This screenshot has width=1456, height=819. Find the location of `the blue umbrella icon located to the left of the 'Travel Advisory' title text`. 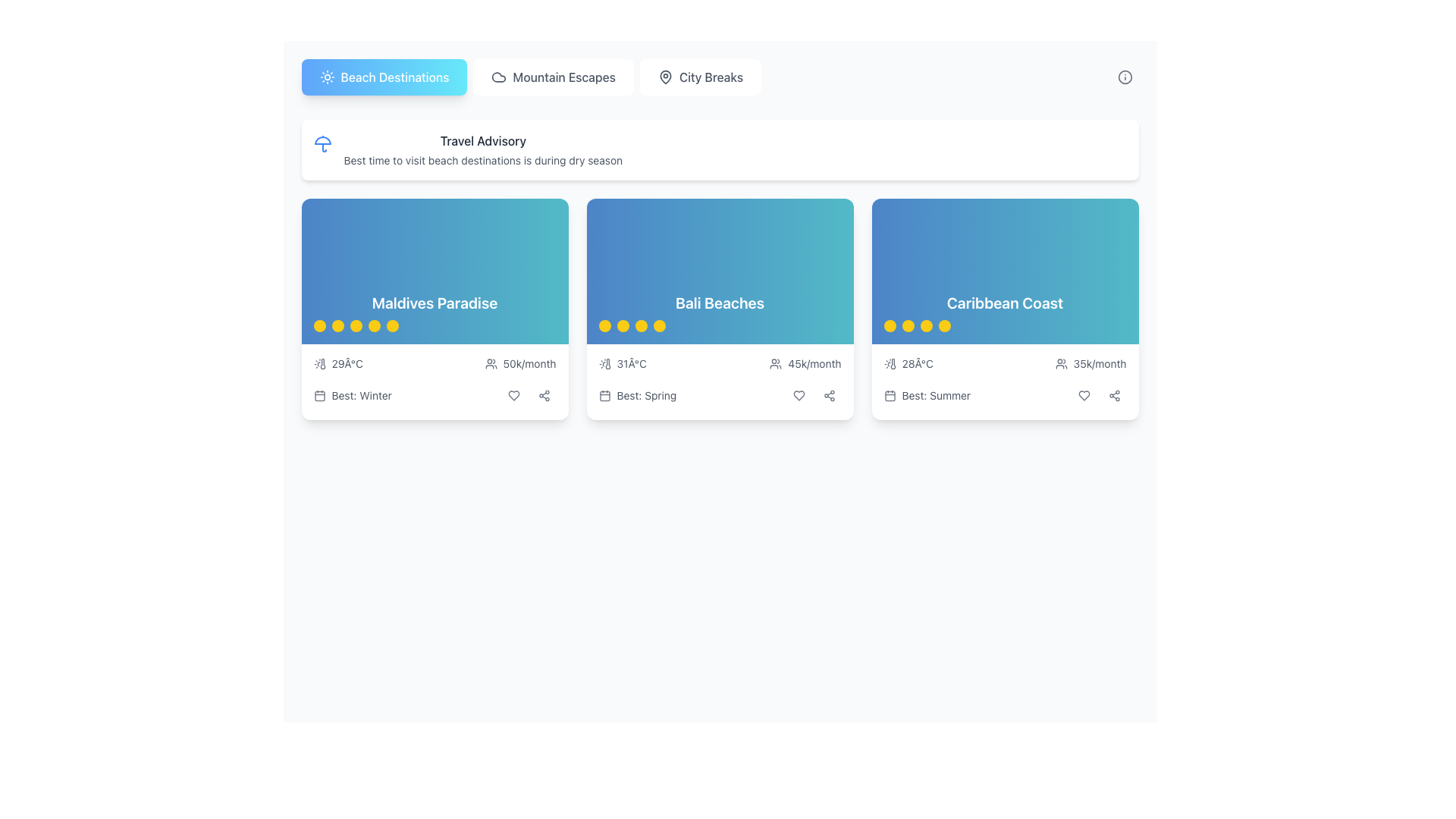

the blue umbrella icon located to the left of the 'Travel Advisory' title text is located at coordinates (322, 143).